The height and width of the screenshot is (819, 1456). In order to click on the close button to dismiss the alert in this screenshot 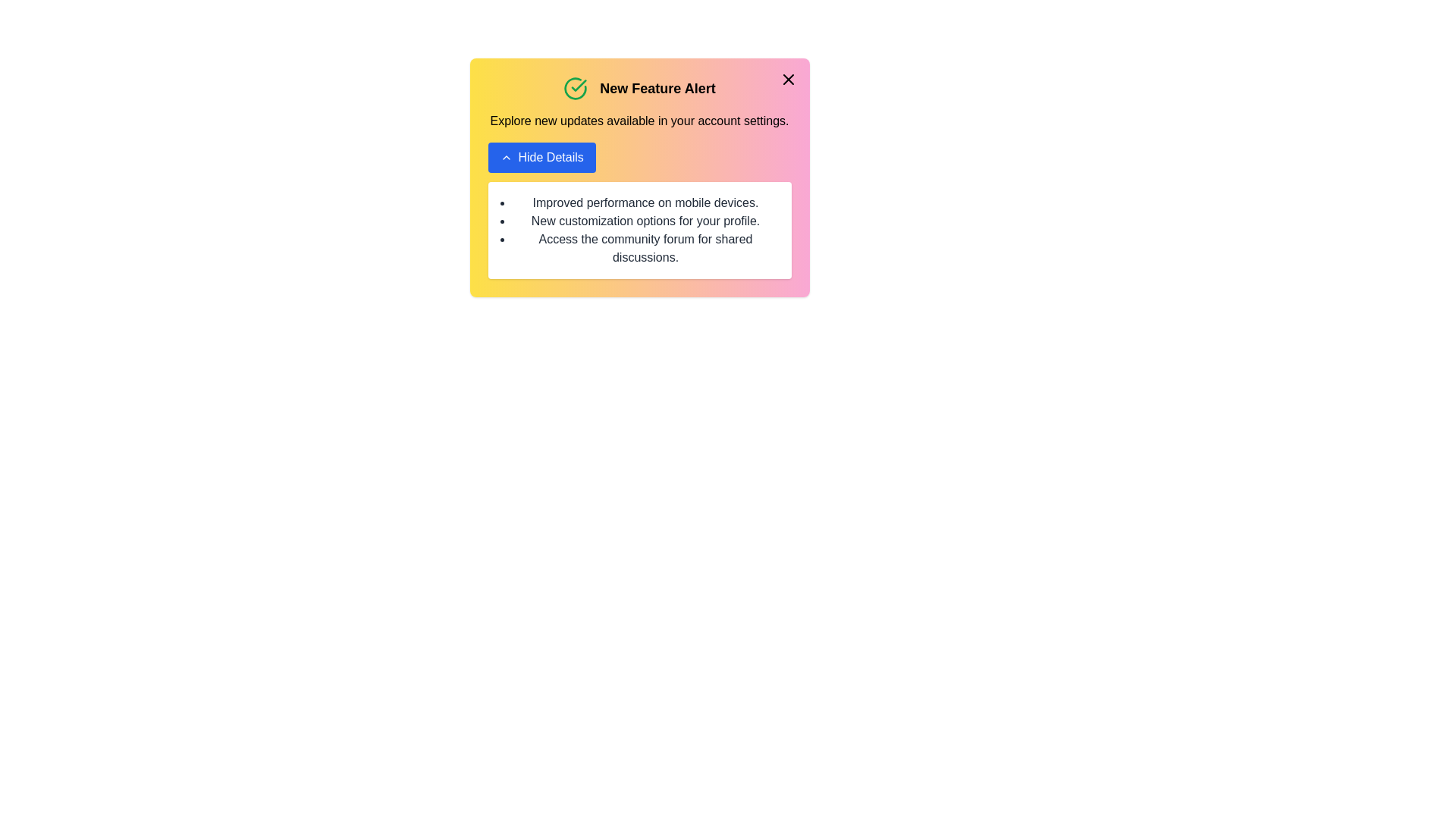, I will do `click(788, 79)`.